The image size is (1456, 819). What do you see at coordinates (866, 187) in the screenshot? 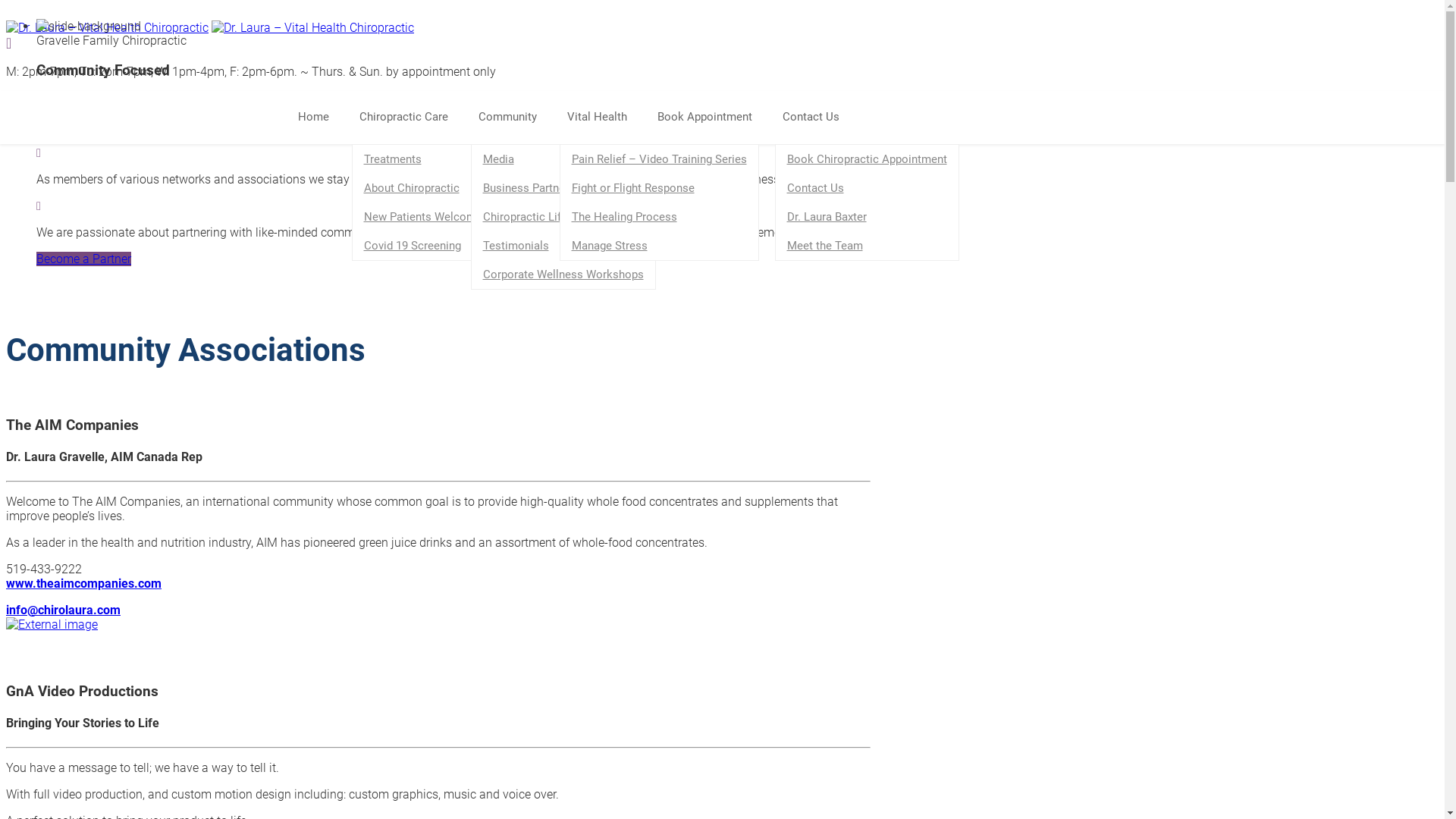
I see `'Contact Us'` at bounding box center [866, 187].